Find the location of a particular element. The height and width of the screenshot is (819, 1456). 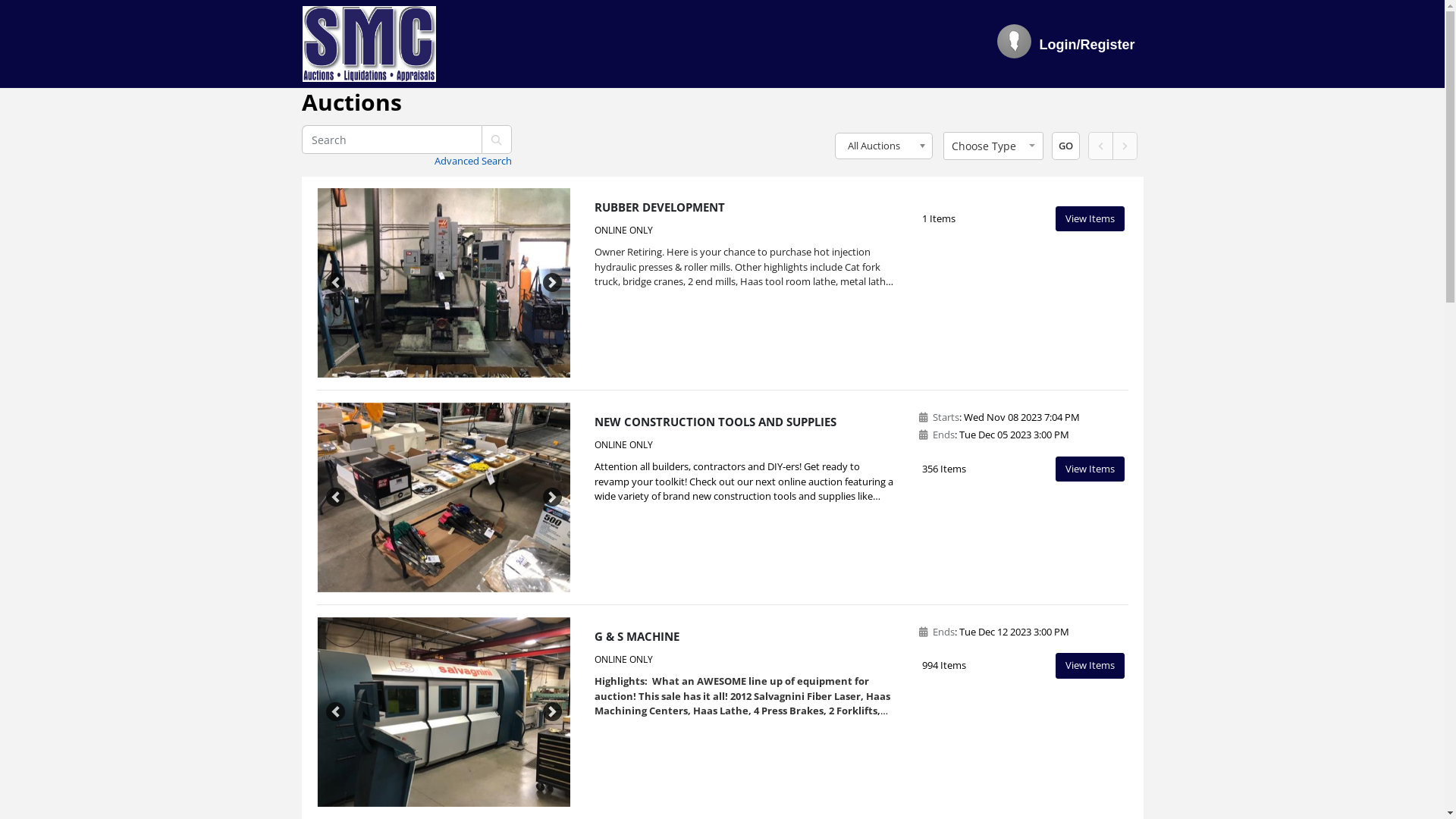

'Previous' is located at coordinates (334, 283).